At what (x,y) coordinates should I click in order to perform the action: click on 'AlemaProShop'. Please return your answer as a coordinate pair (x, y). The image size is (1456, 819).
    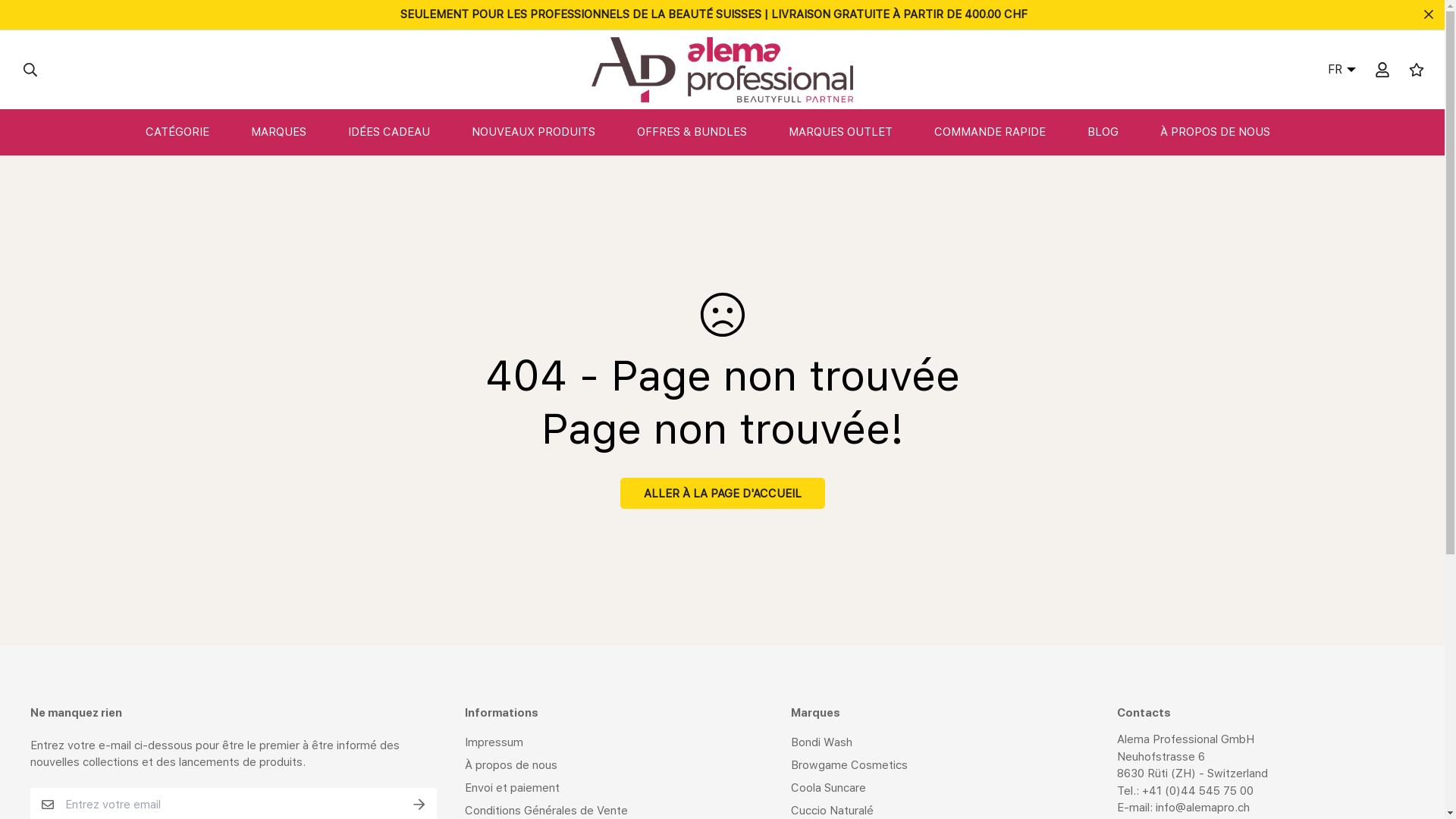
    Looking at the image, I should click on (721, 70).